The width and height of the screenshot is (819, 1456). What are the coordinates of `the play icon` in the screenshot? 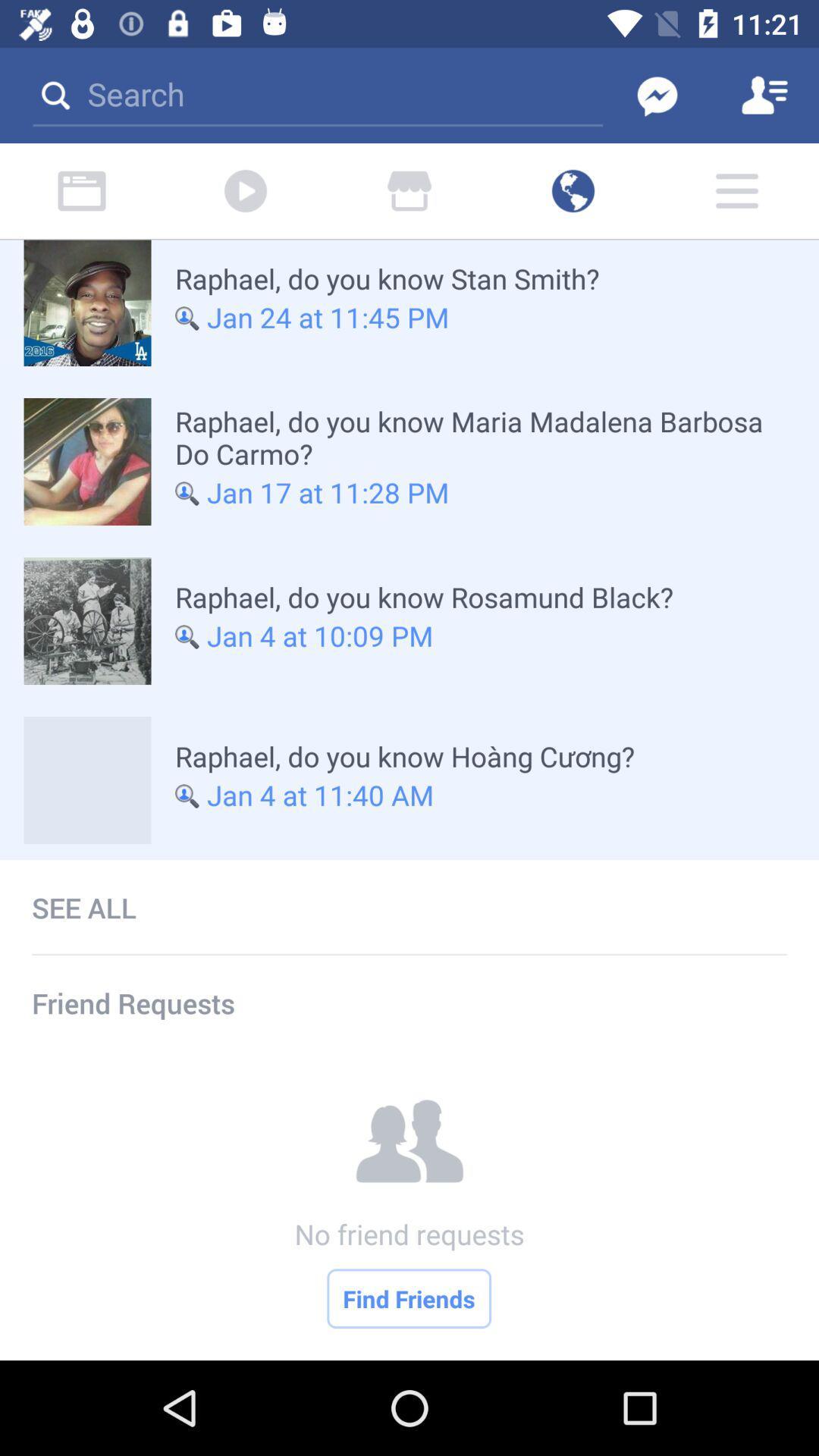 It's located at (245, 190).